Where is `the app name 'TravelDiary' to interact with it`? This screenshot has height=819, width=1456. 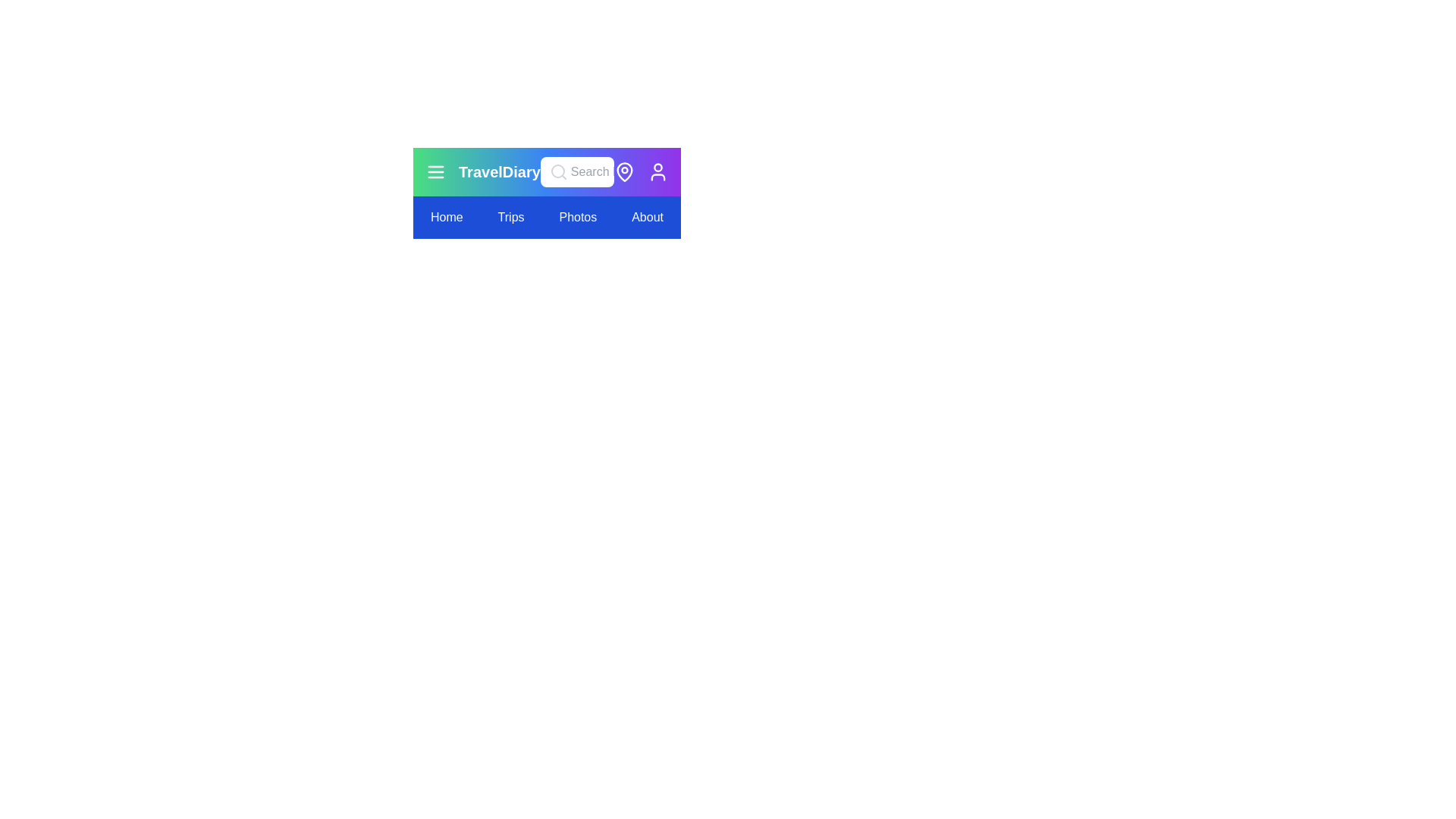
the app name 'TravelDiary' to interact with it is located at coordinates (499, 171).